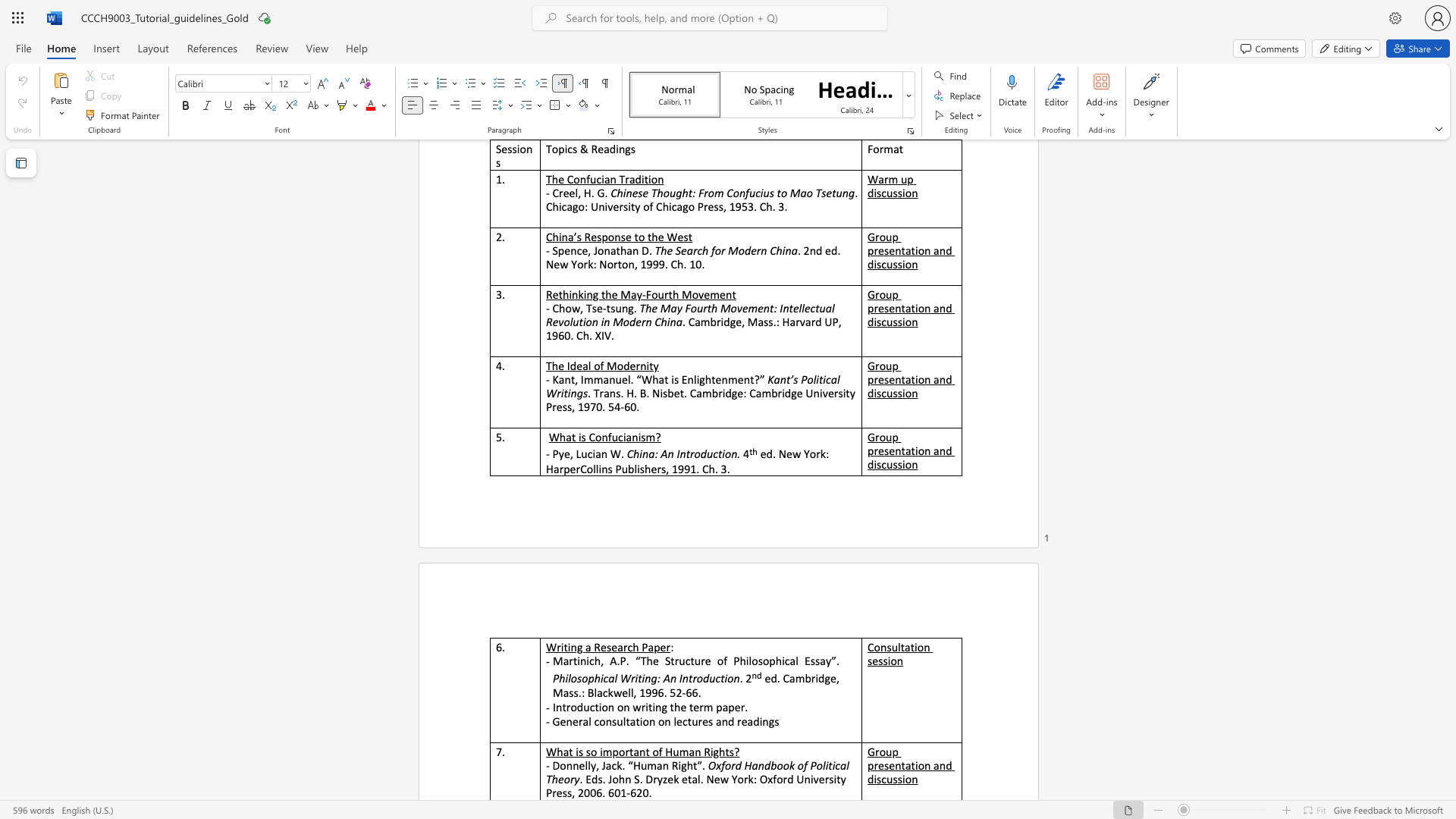  What do you see at coordinates (884, 765) in the screenshot?
I see `the subset text "sentation and disc" within the text "Group presentation and discussion"` at bounding box center [884, 765].